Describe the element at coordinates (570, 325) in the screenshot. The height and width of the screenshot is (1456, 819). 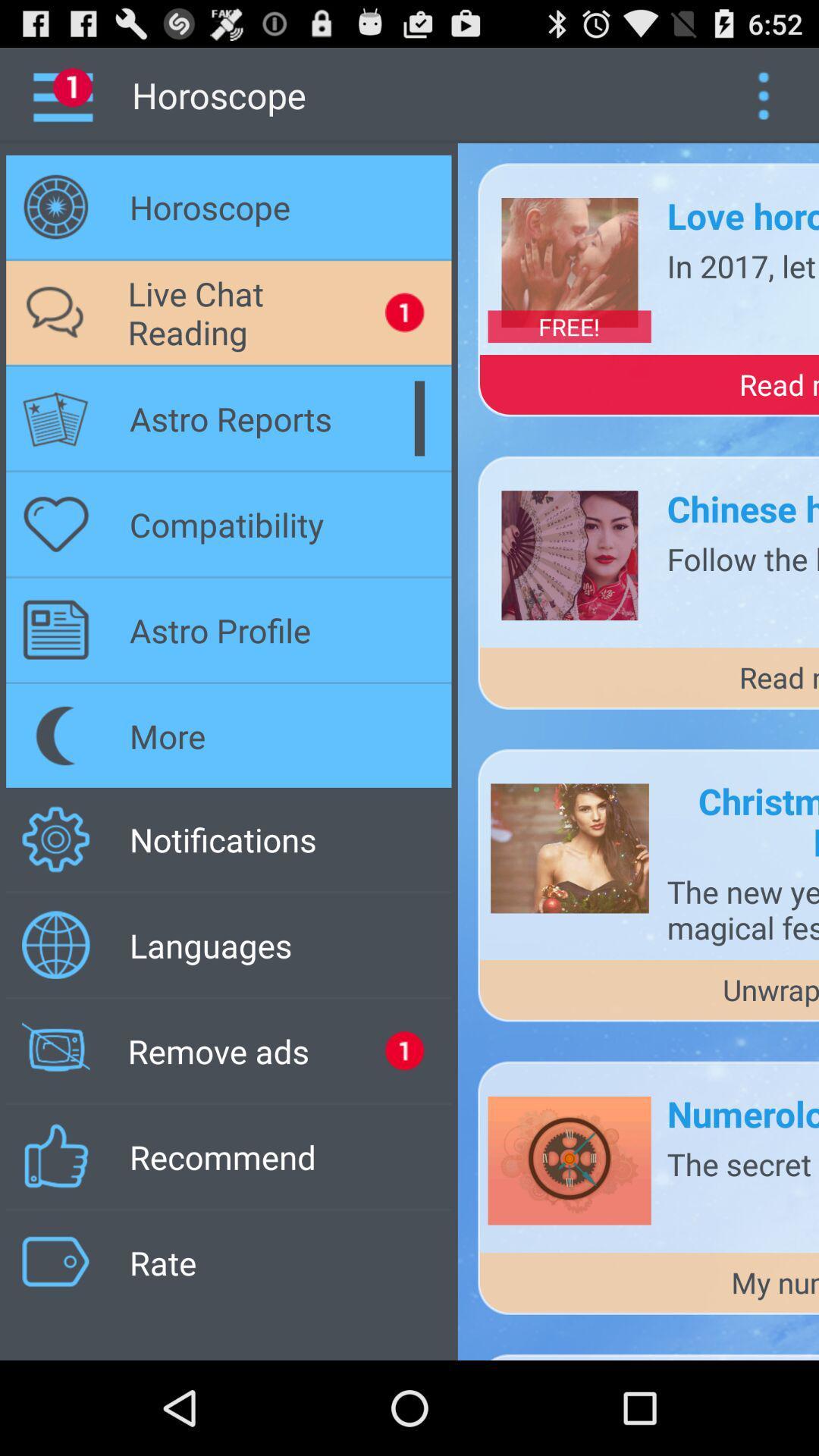
I see `icon above the read my horoscope icon` at that location.